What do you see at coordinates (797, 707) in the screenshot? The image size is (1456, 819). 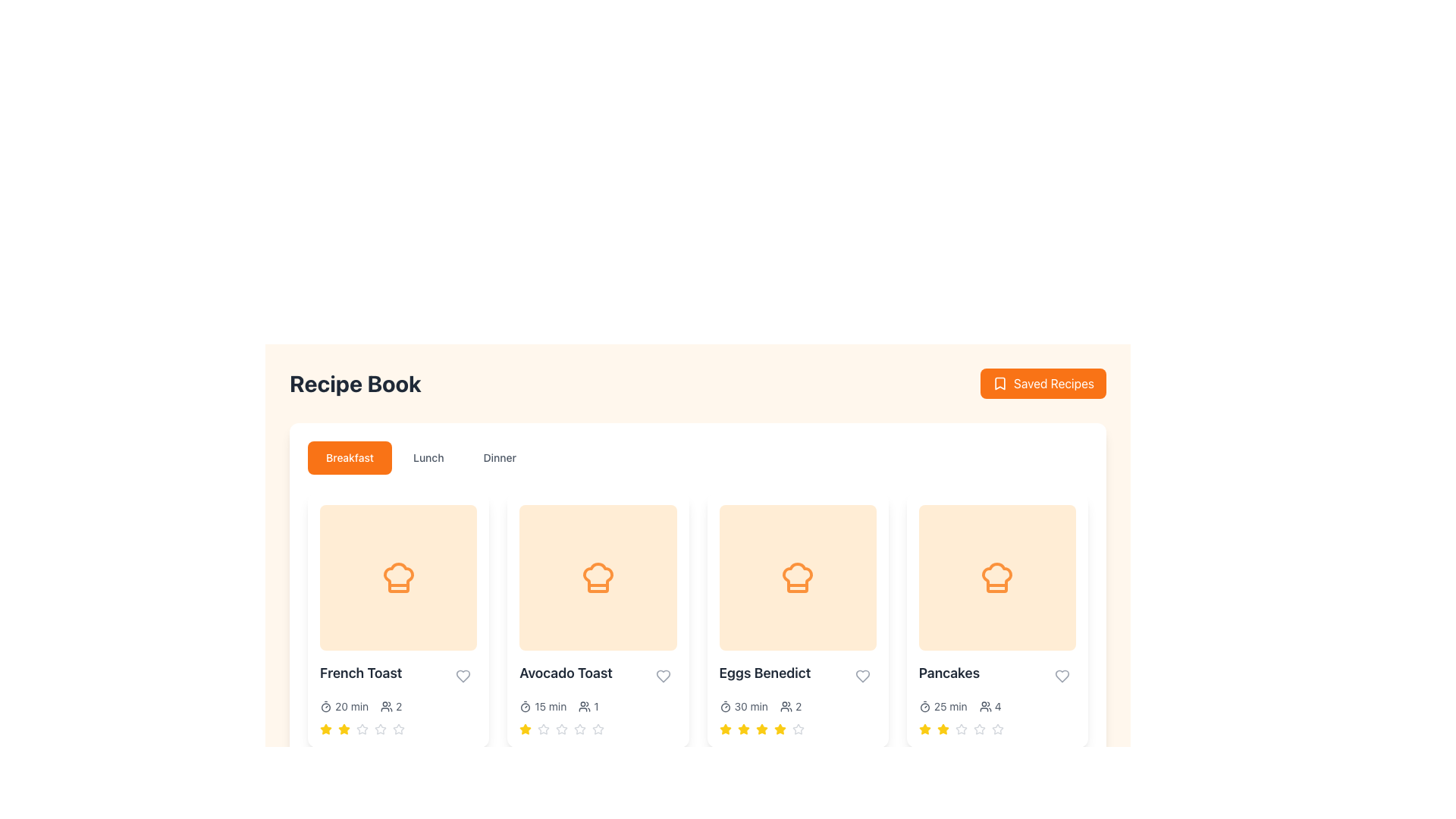 I see `recipe-related metadata text indicating preparation time and serving size located below the title 'Eggs Benedict' and above the star rating section` at bounding box center [797, 707].